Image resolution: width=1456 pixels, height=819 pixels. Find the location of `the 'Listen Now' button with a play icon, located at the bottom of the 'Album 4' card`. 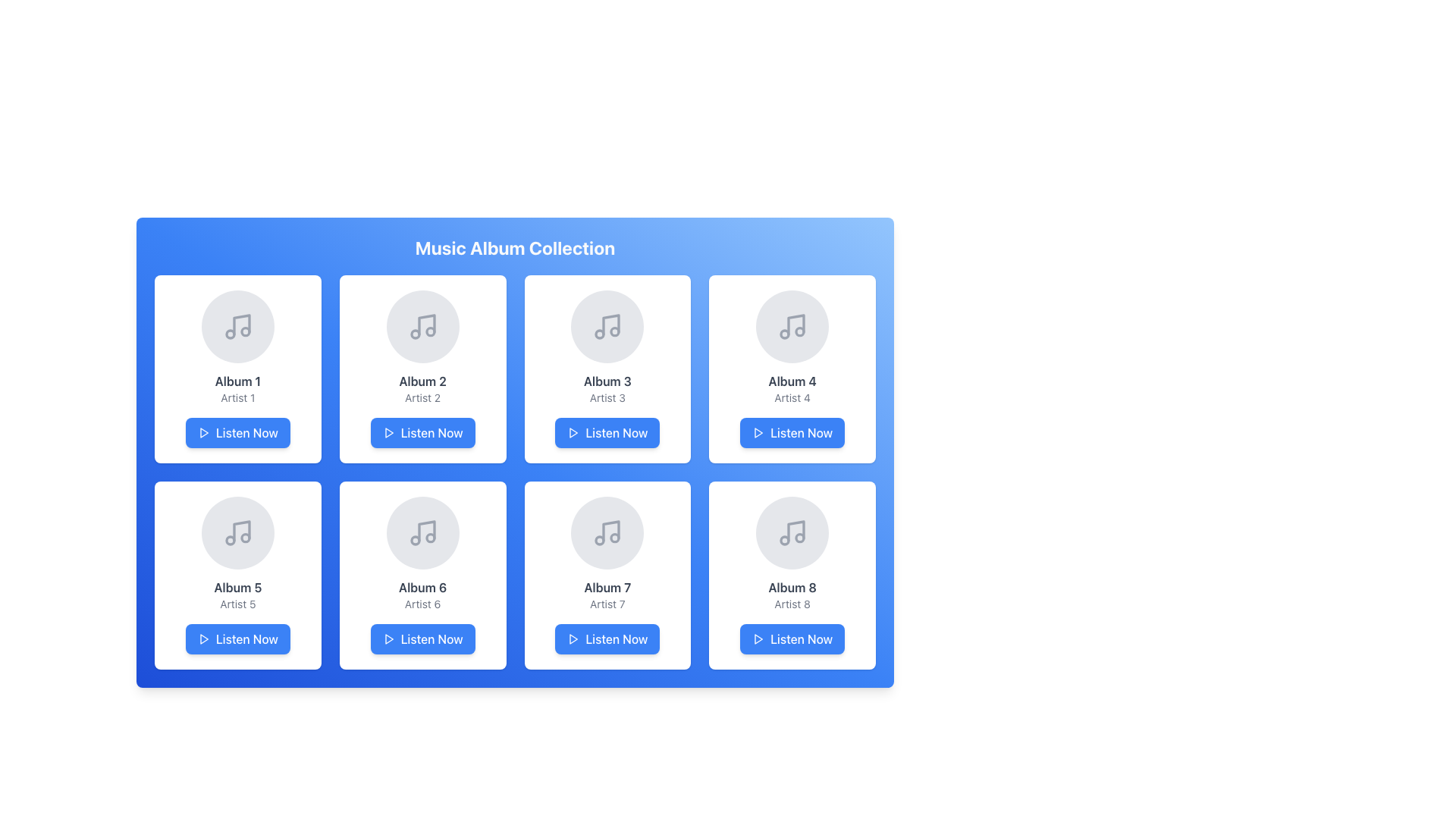

the 'Listen Now' button with a play icon, located at the bottom of the 'Album 4' card is located at coordinates (792, 432).